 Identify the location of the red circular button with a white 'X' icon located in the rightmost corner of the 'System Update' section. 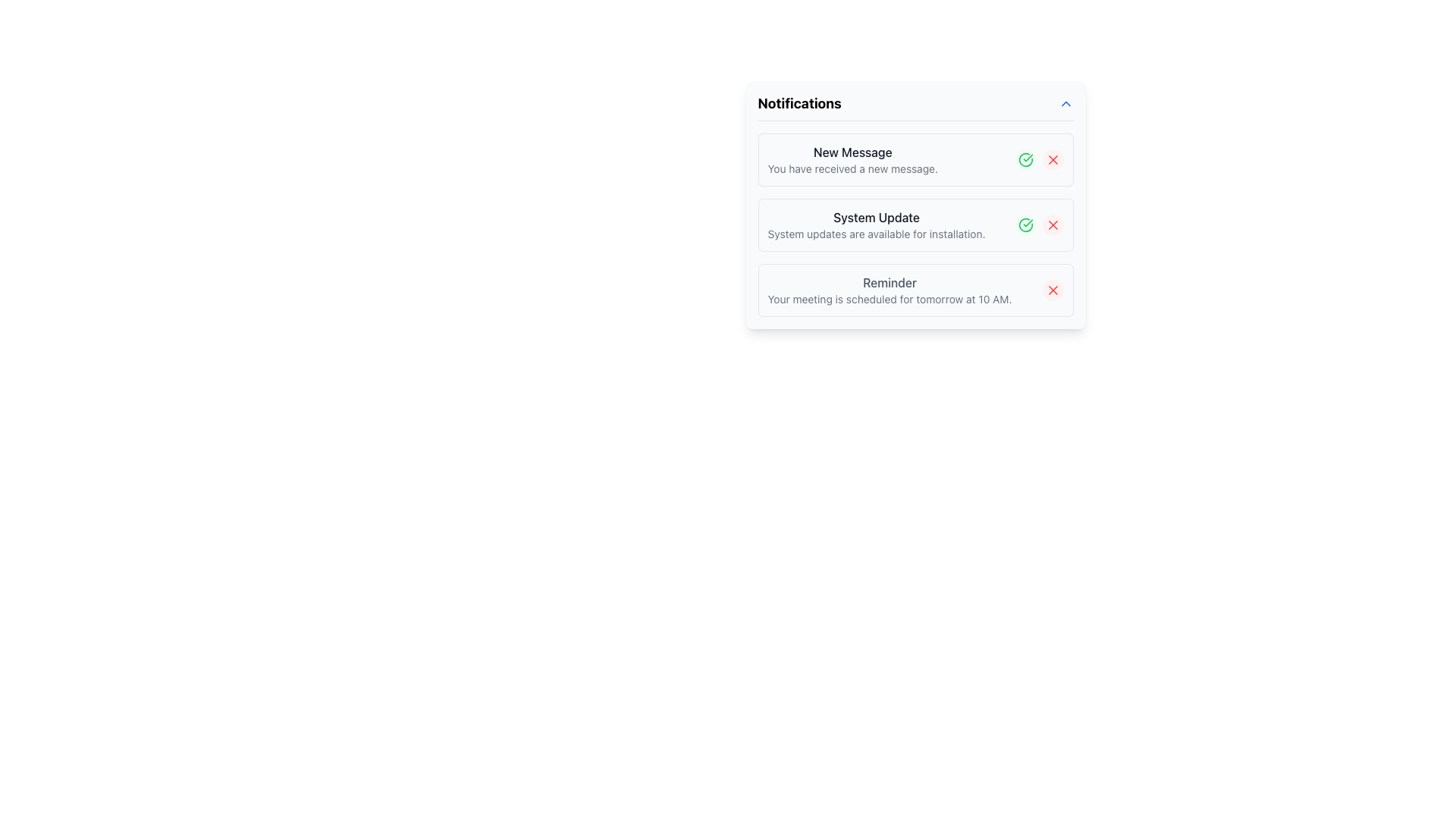
(1052, 225).